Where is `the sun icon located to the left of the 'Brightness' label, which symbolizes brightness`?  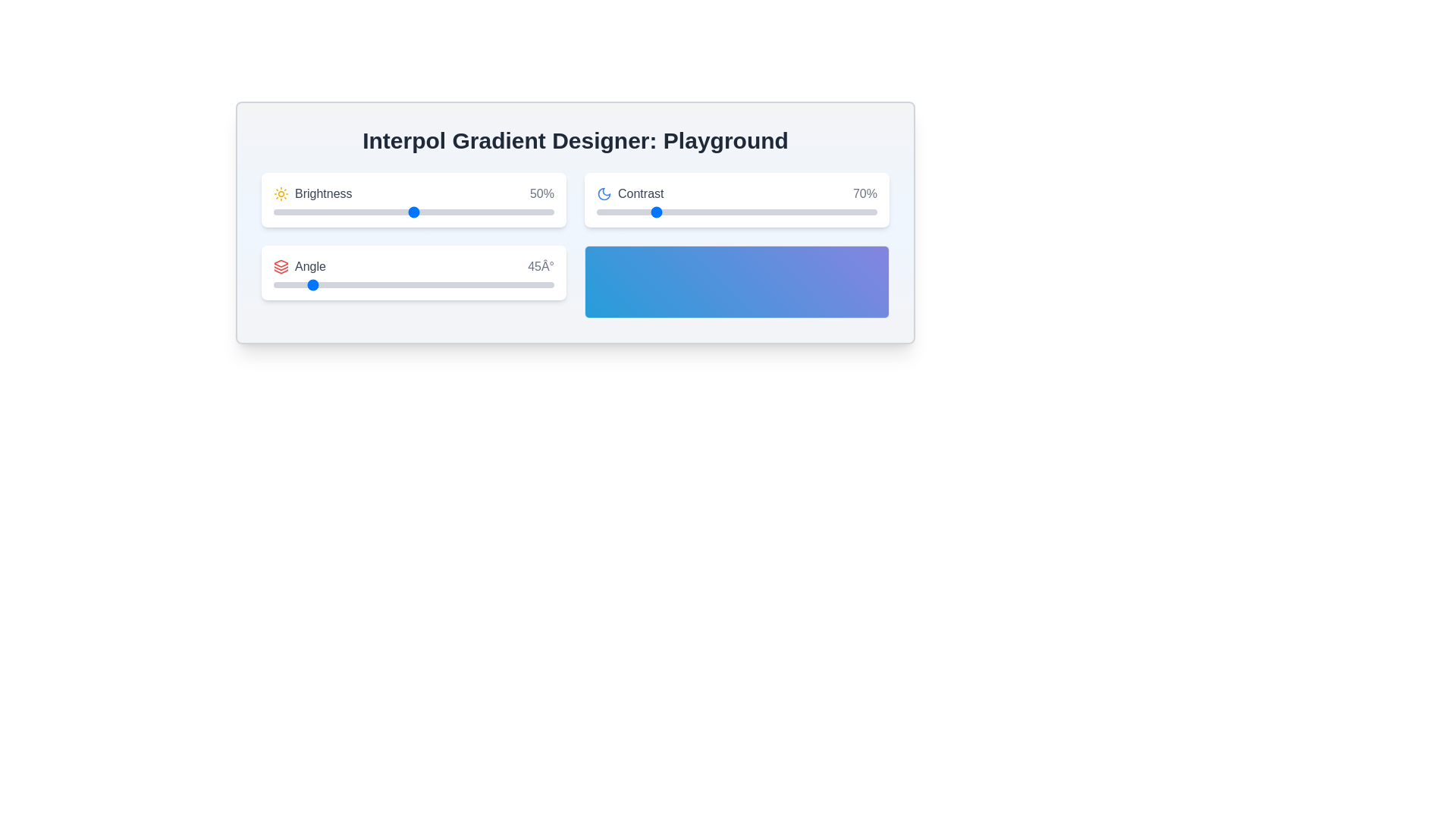
the sun icon located to the left of the 'Brightness' label, which symbolizes brightness is located at coordinates (281, 193).